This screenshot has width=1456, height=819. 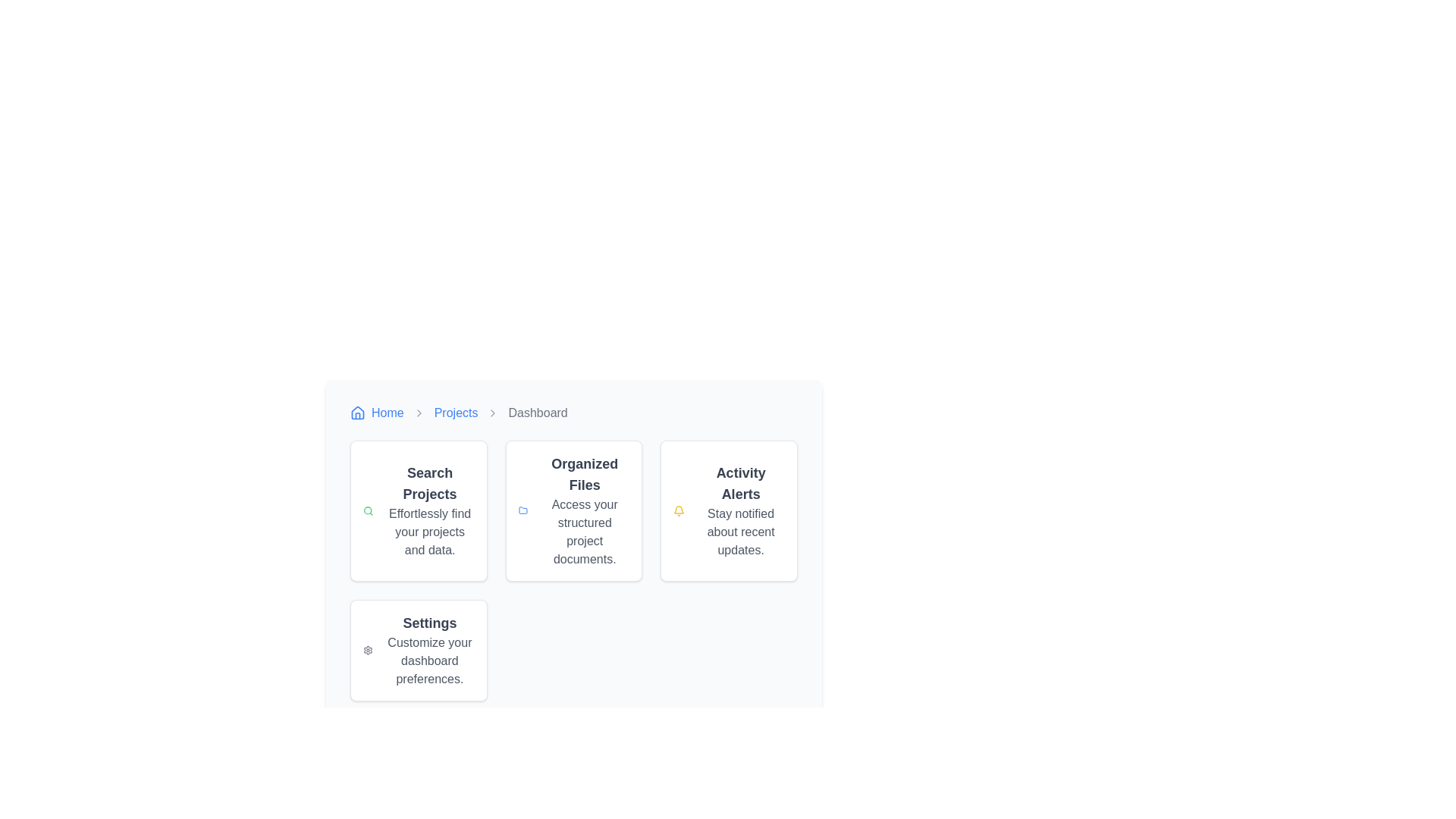 I want to click on the informational card describing 'Activity Alerts' located in the top right corner of the grid layout, so click(x=729, y=511).